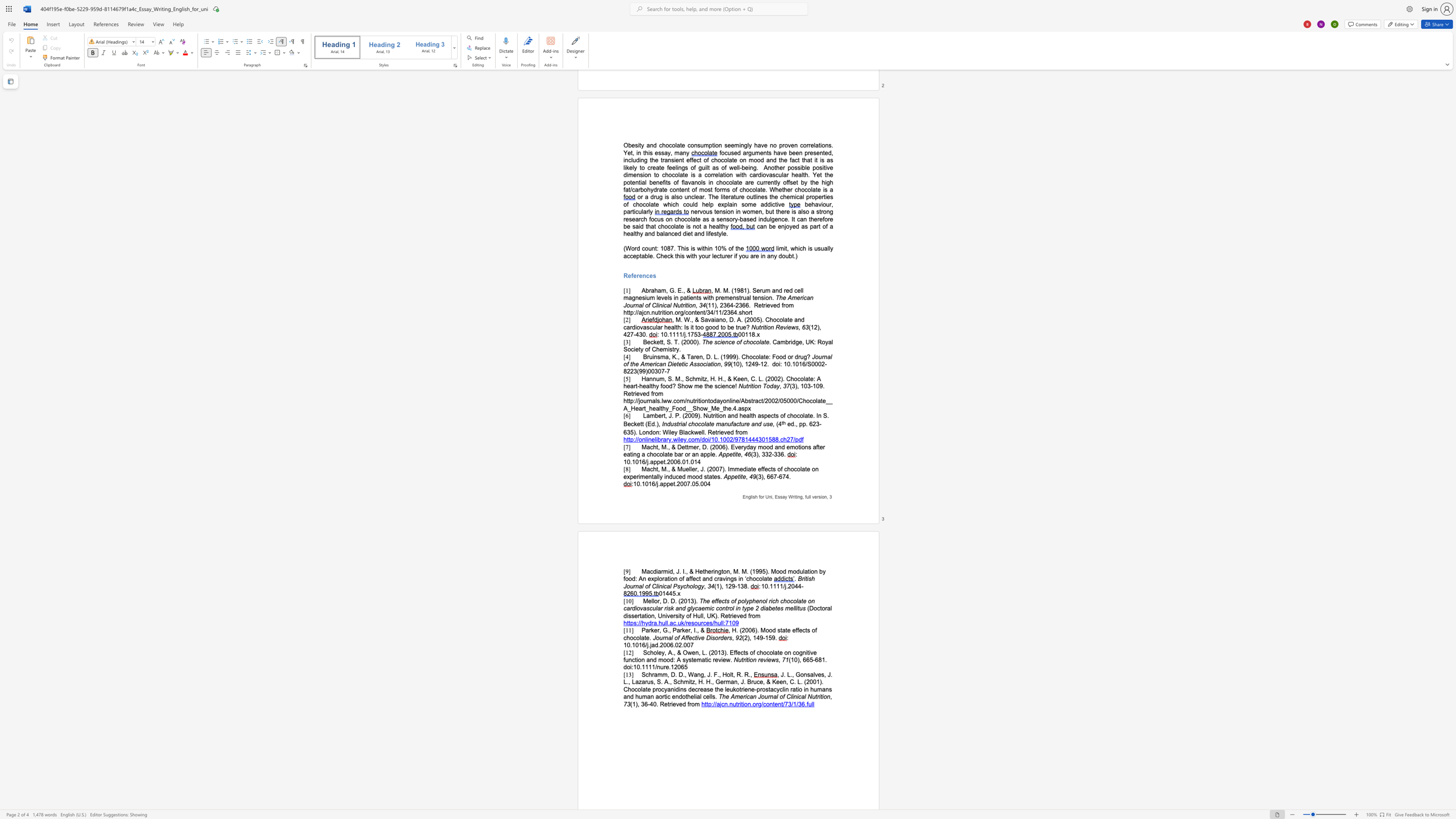  Describe the element at coordinates (632, 703) in the screenshot. I see `the subset text "1), 36-40." within the text "(1), 36-40. Retrieved from"` at that location.